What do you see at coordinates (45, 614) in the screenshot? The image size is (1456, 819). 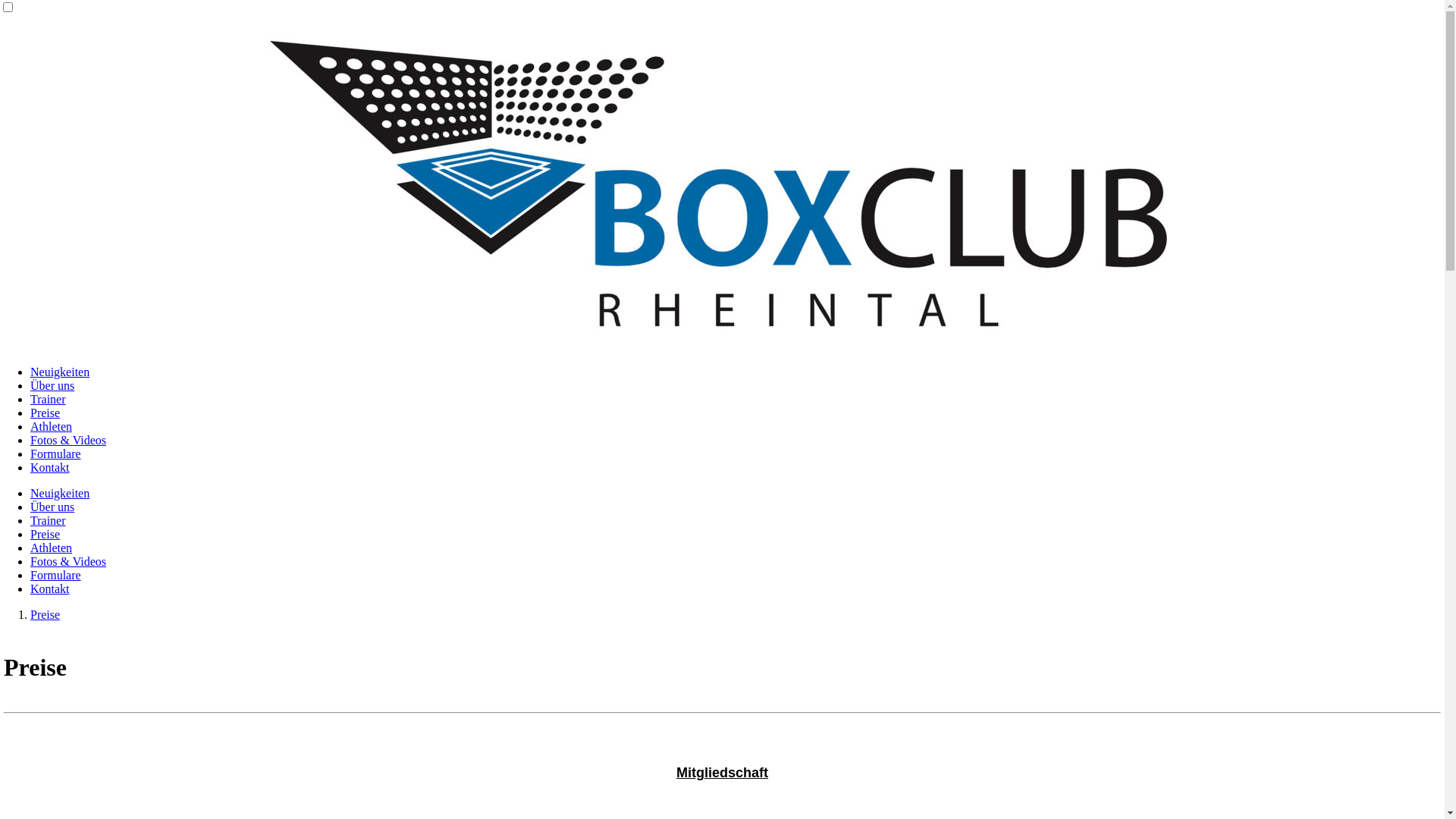 I see `'Preise'` at bounding box center [45, 614].